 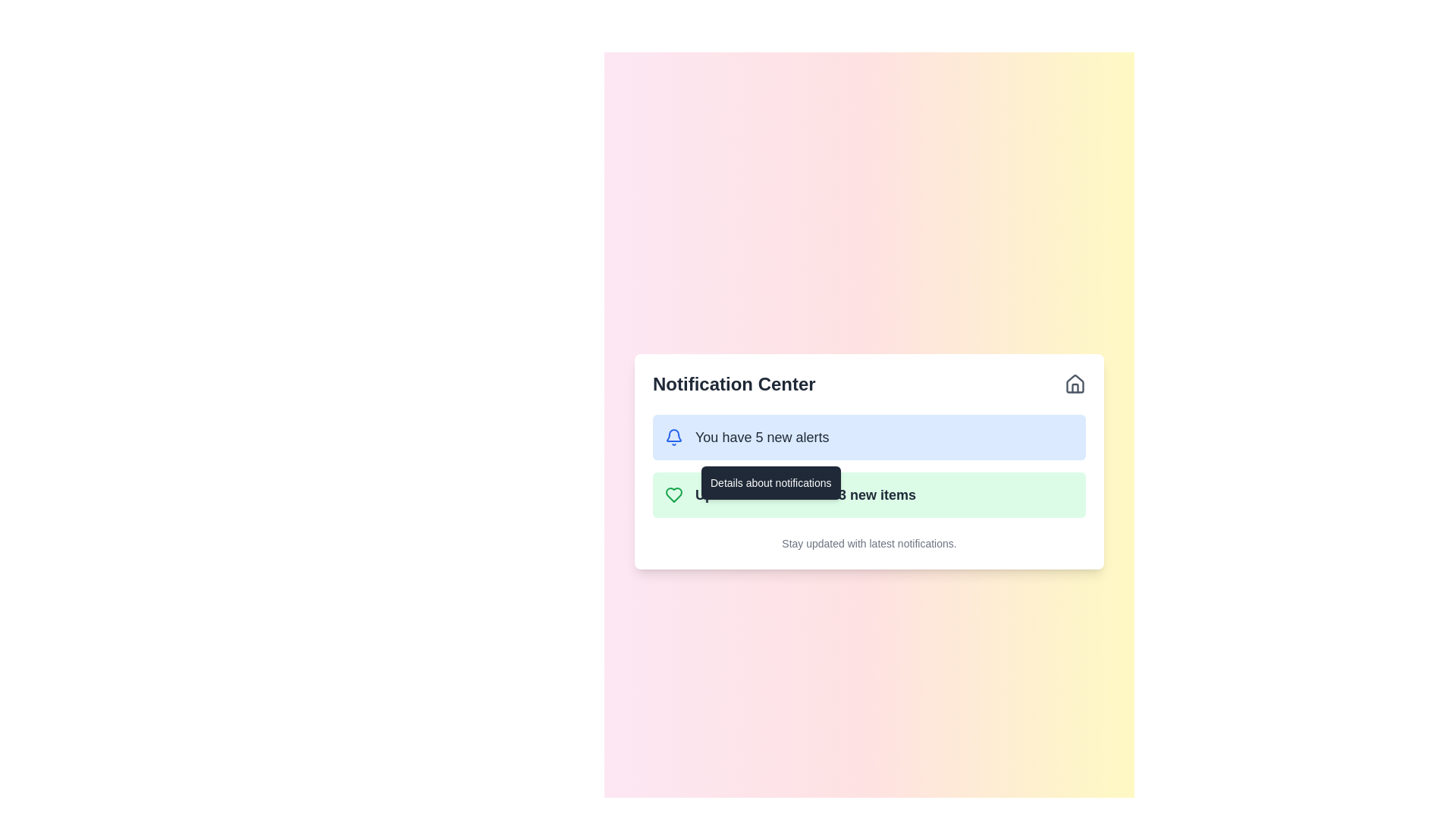 I want to click on the text label displaying 'Updated wishlist with 3 new items', which is styled in a large semibold gray font within a light green notification card, so click(x=805, y=494).